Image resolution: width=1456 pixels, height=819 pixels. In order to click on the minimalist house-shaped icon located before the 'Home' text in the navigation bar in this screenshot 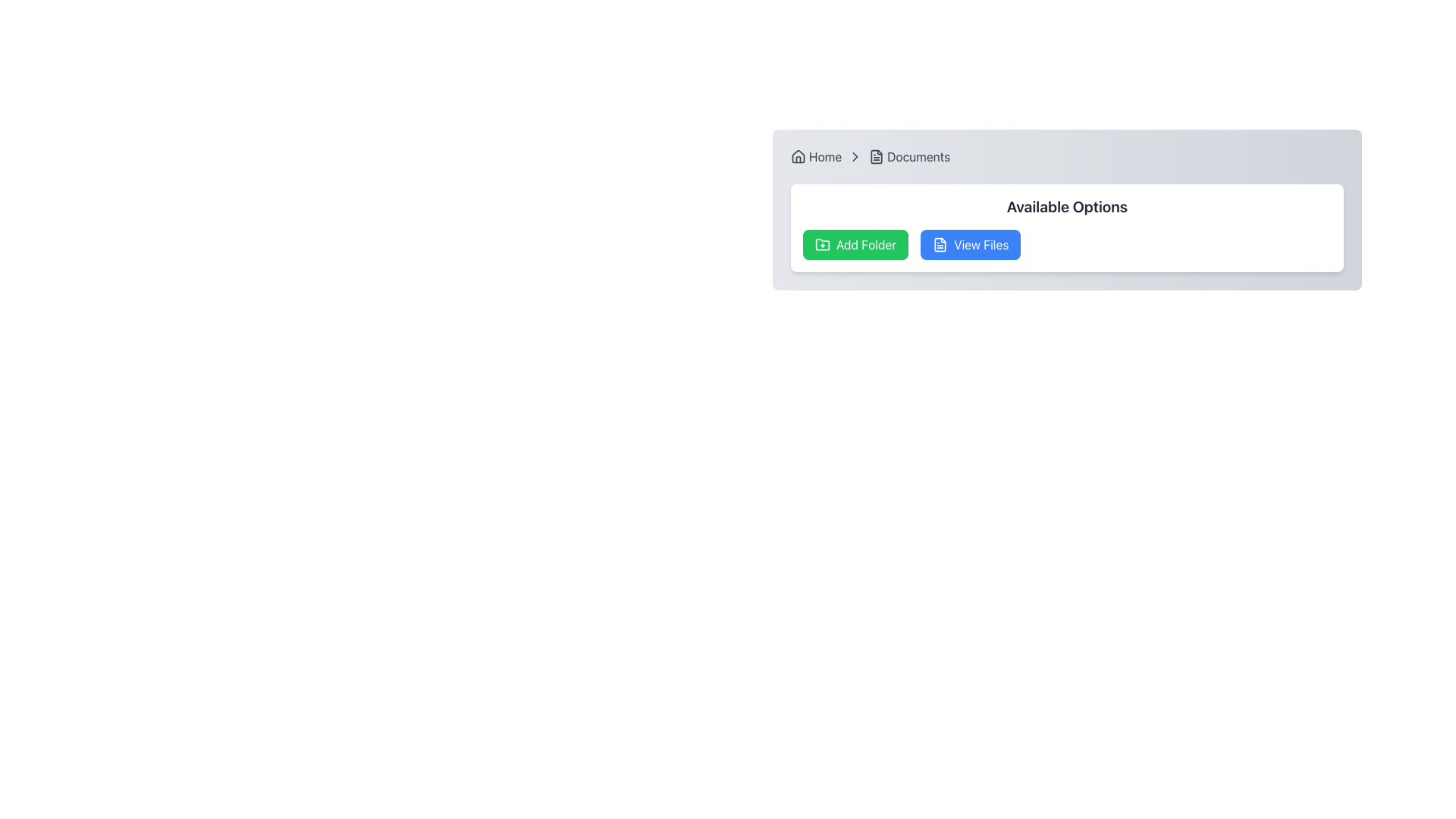, I will do `click(797, 157)`.